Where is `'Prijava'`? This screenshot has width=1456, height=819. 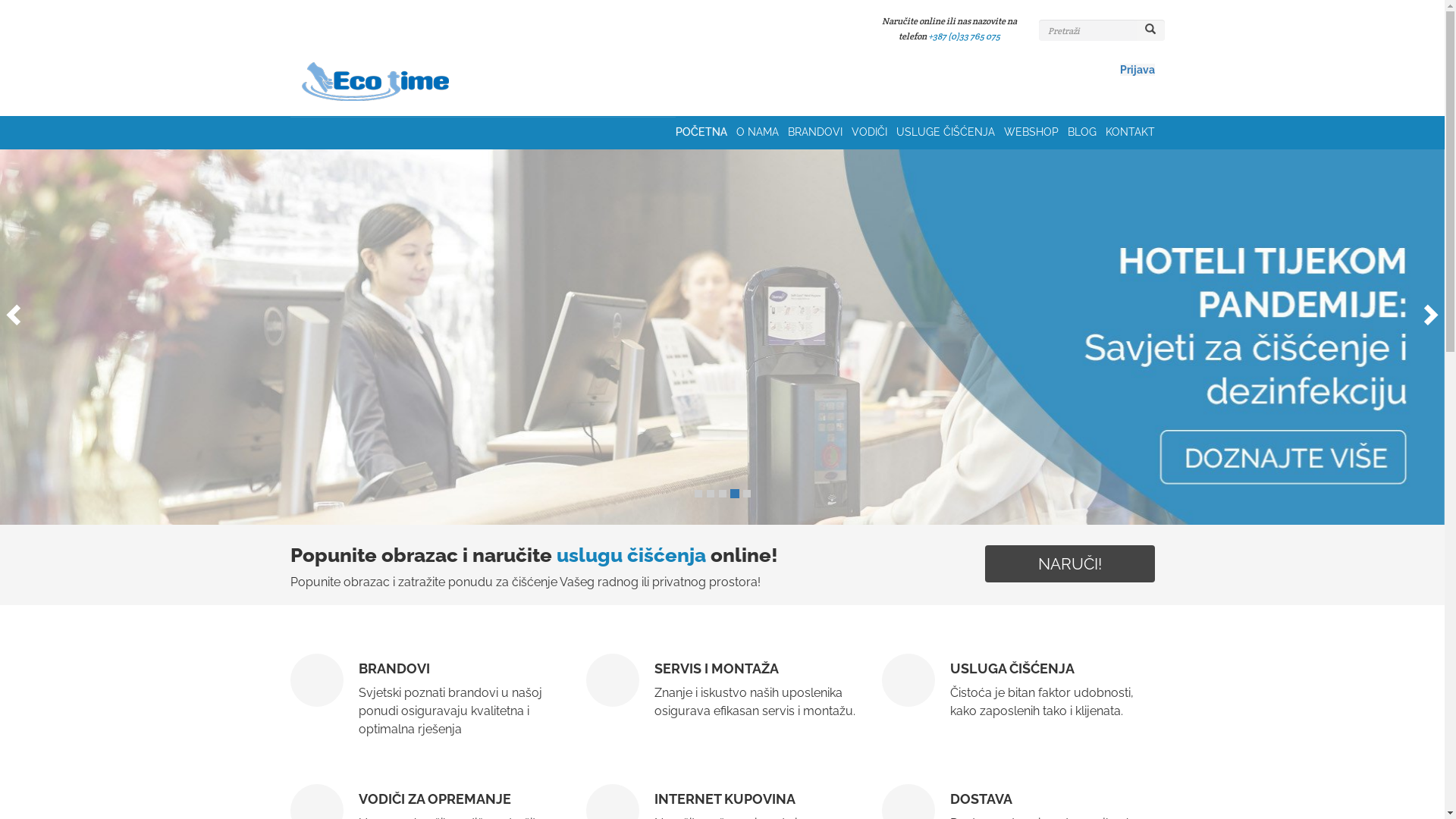 'Prijava' is located at coordinates (1136, 70).